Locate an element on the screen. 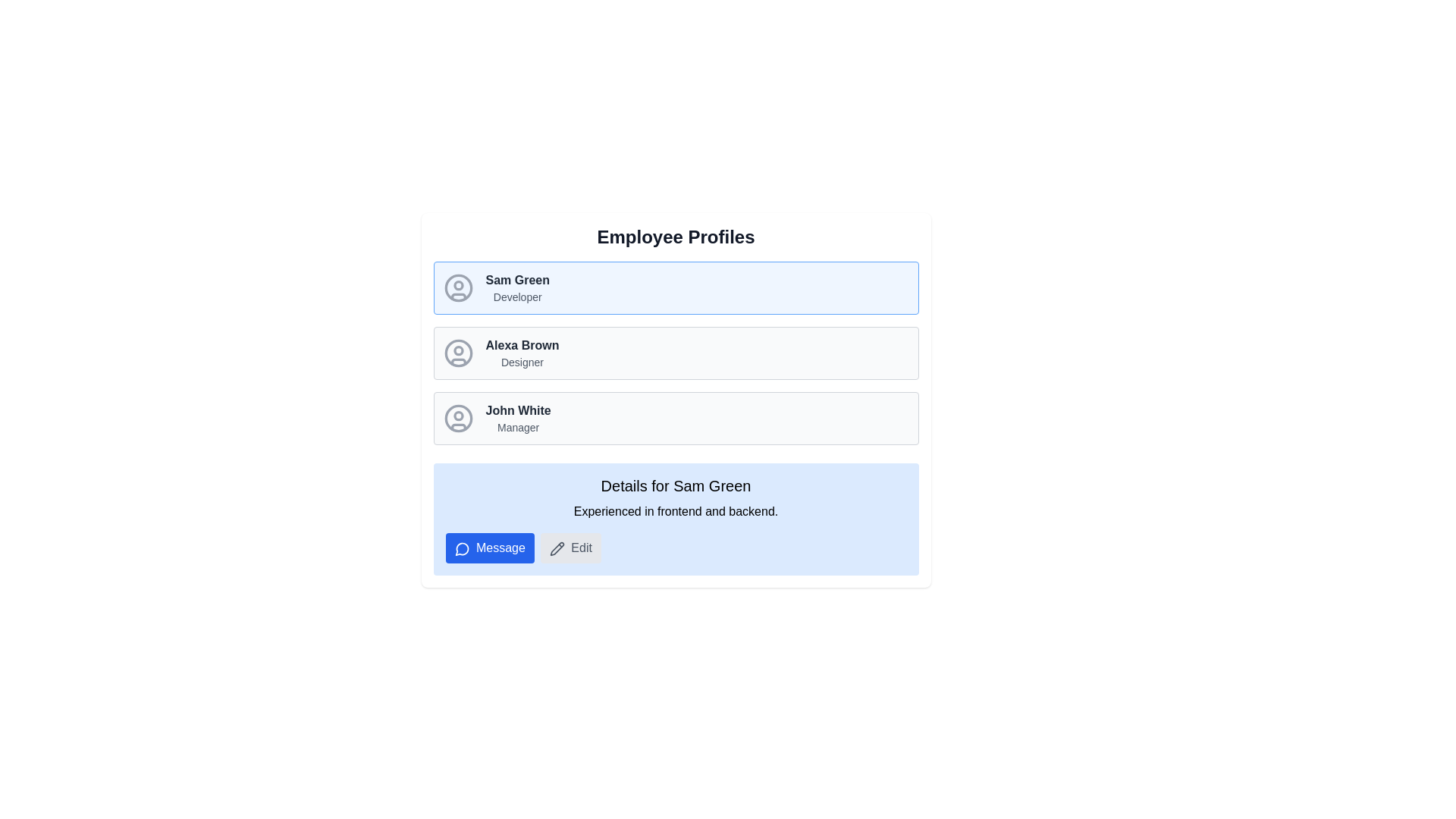 The height and width of the screenshot is (819, 1456). the 'Message' button located at the bottom of the 'Details for Sam Green' section, which contains an icon indicating messaging functionality is located at coordinates (461, 548).